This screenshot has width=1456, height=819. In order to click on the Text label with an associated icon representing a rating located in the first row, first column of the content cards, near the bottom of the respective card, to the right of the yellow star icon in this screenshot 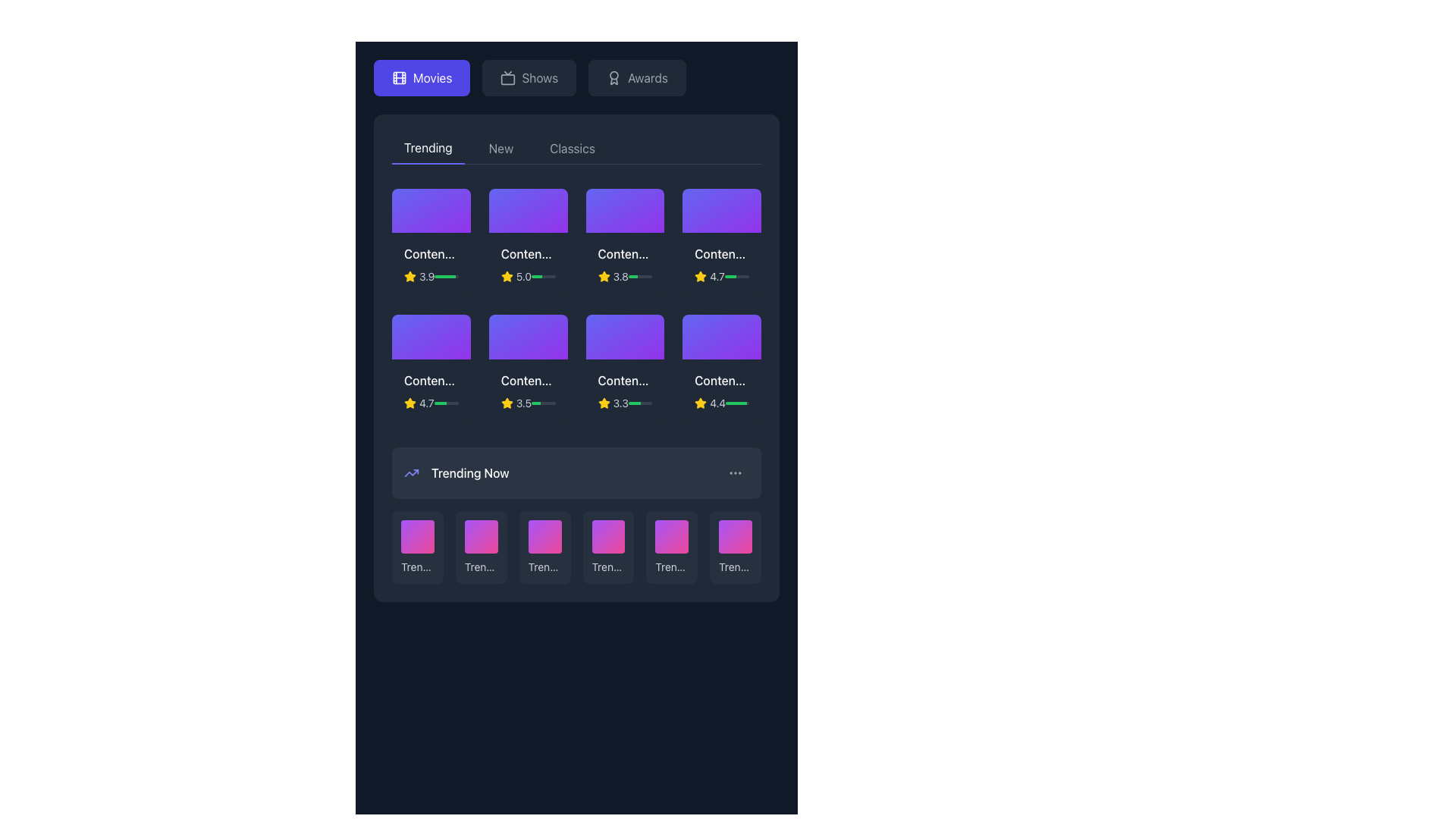, I will do `click(419, 277)`.